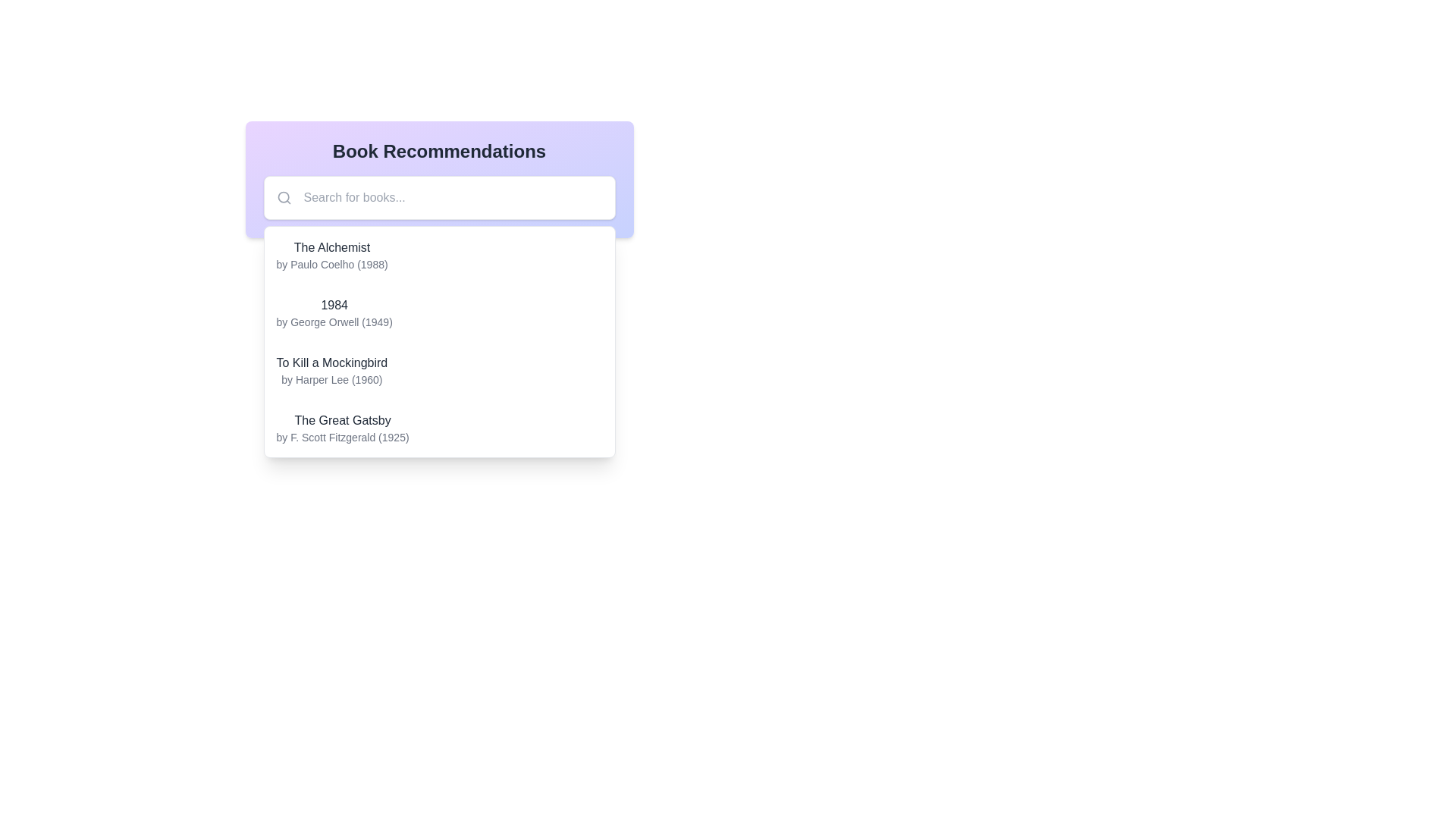 This screenshot has height=819, width=1456. Describe the element at coordinates (438, 152) in the screenshot. I see `the heading element that serves as the title for the section providing book recommendations, located at the top center of the section with a gradient purple-to-indigo background` at that location.